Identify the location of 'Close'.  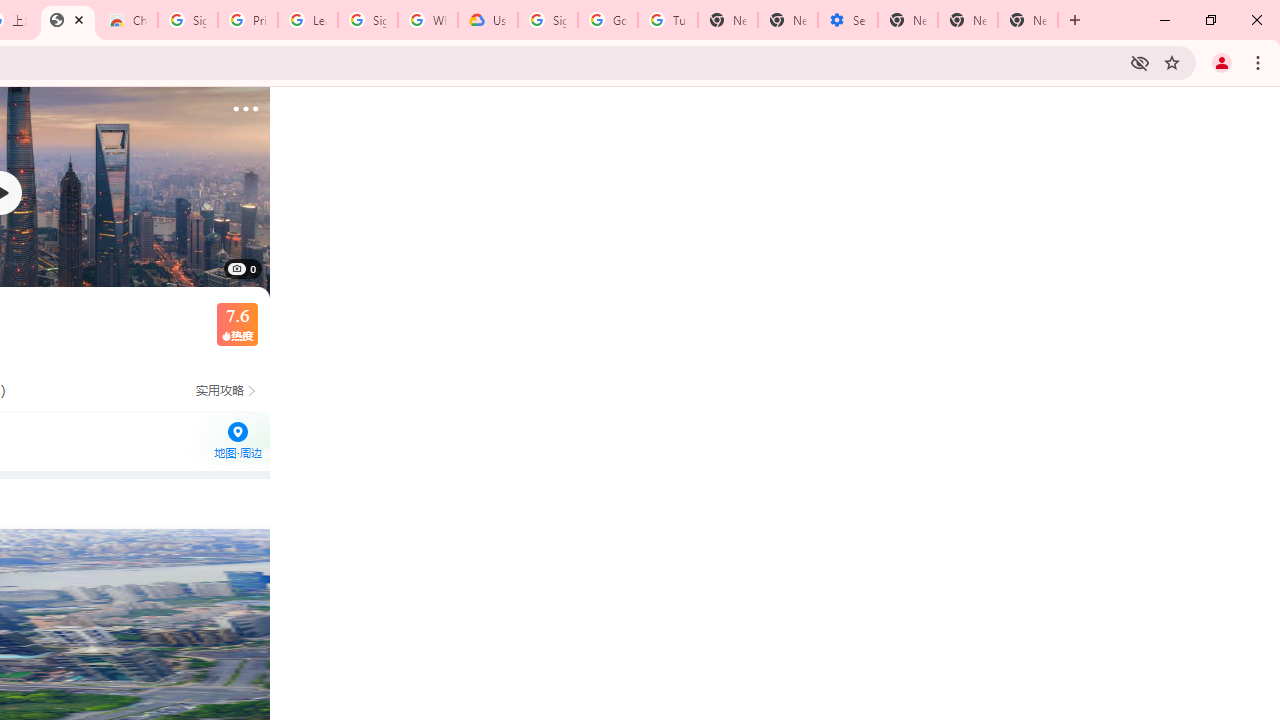
(79, 19).